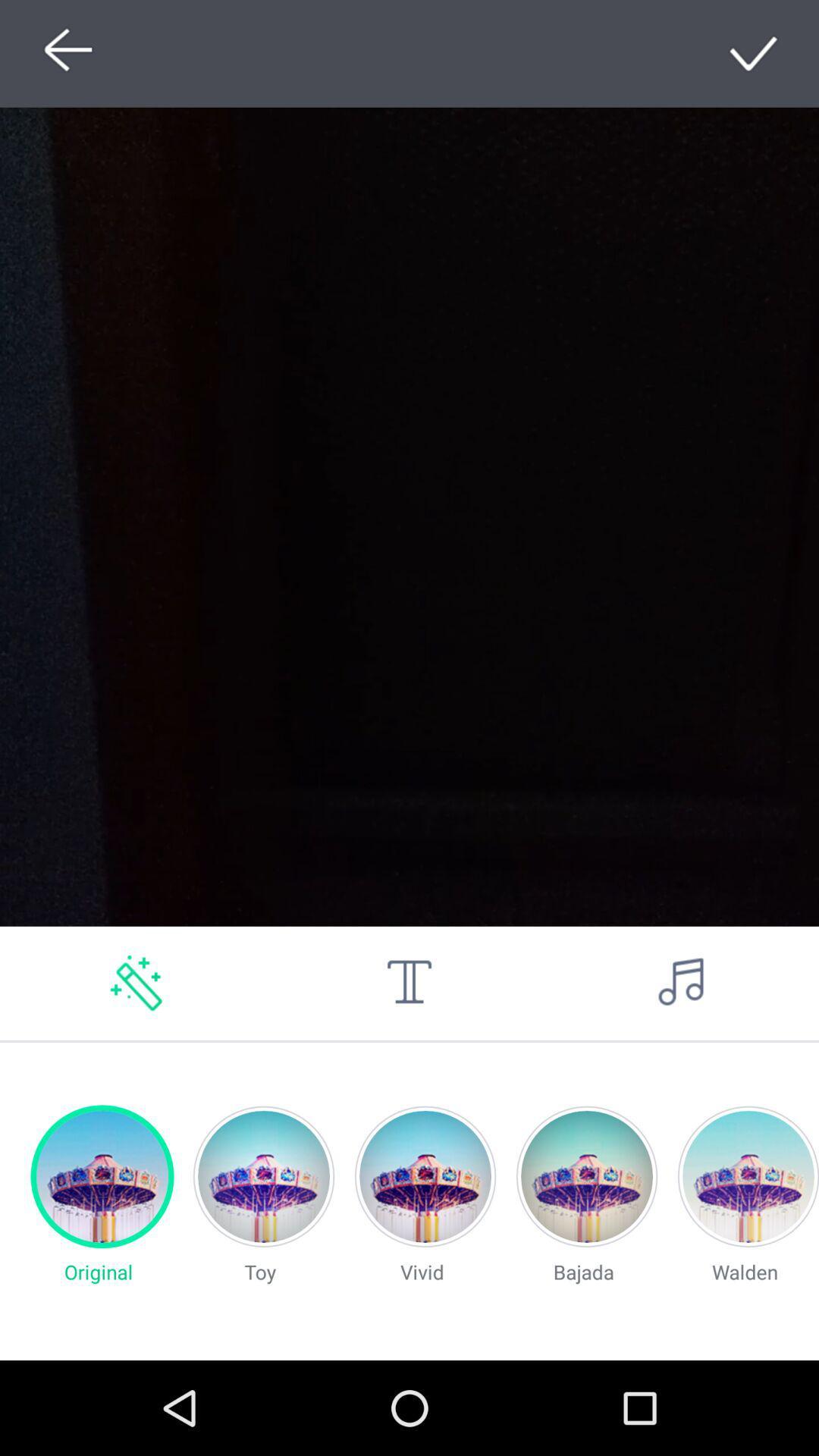  Describe the element at coordinates (409, 983) in the screenshot. I see `text` at that location.